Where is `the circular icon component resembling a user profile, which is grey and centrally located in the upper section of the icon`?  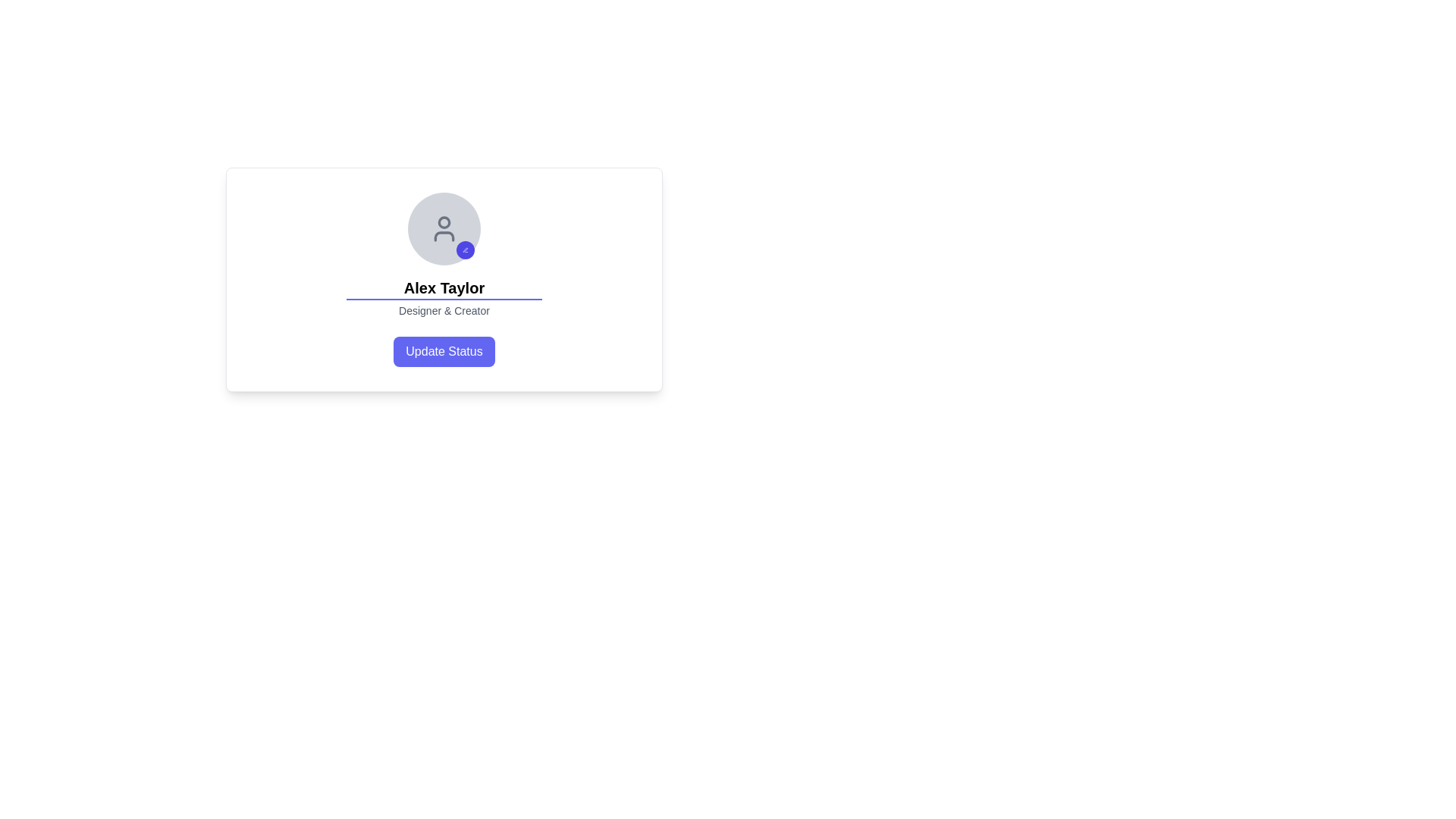
the circular icon component resembling a user profile, which is grey and centrally located in the upper section of the icon is located at coordinates (443, 222).